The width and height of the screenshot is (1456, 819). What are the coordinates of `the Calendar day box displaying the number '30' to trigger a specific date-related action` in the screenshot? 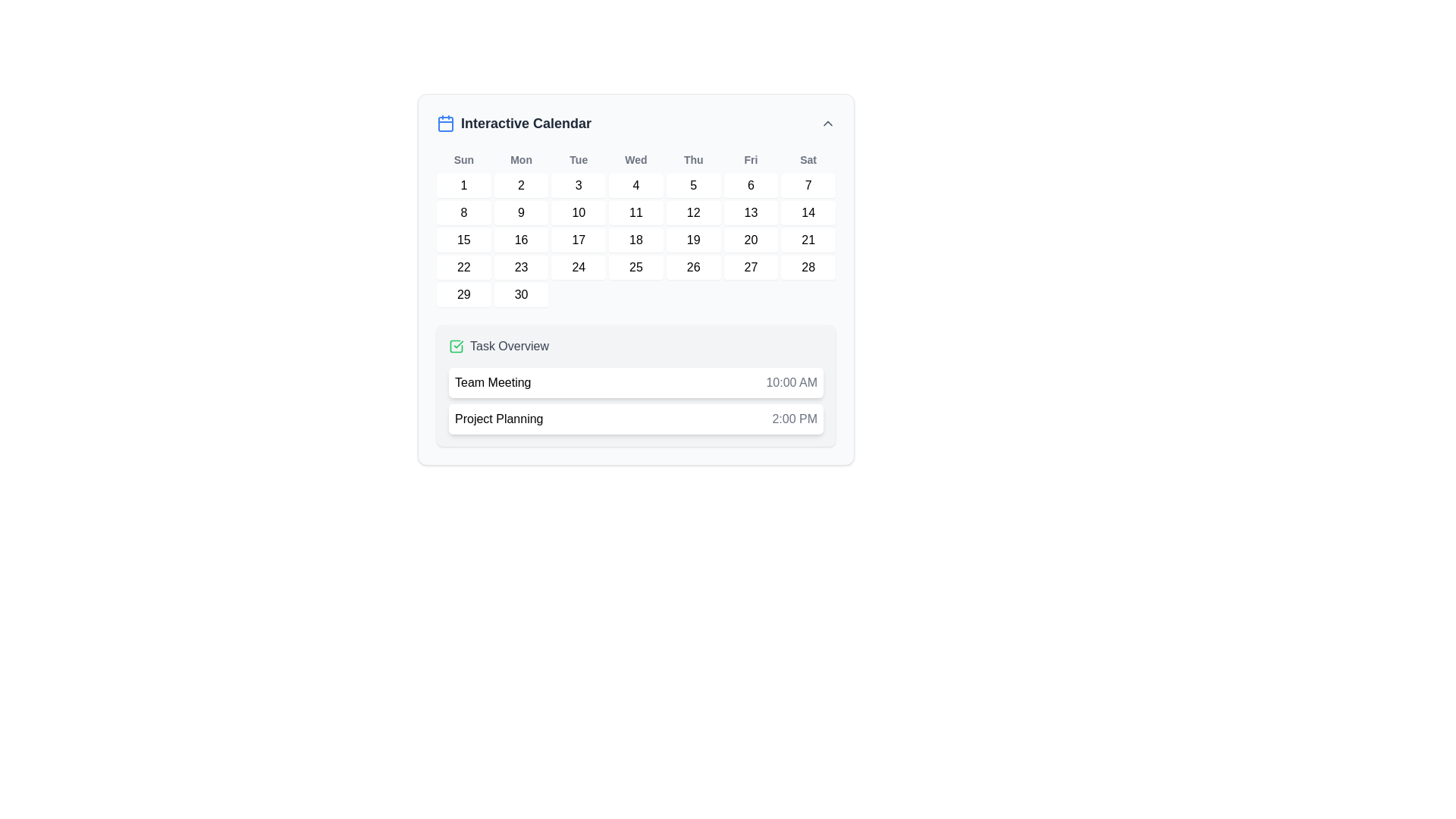 It's located at (521, 295).